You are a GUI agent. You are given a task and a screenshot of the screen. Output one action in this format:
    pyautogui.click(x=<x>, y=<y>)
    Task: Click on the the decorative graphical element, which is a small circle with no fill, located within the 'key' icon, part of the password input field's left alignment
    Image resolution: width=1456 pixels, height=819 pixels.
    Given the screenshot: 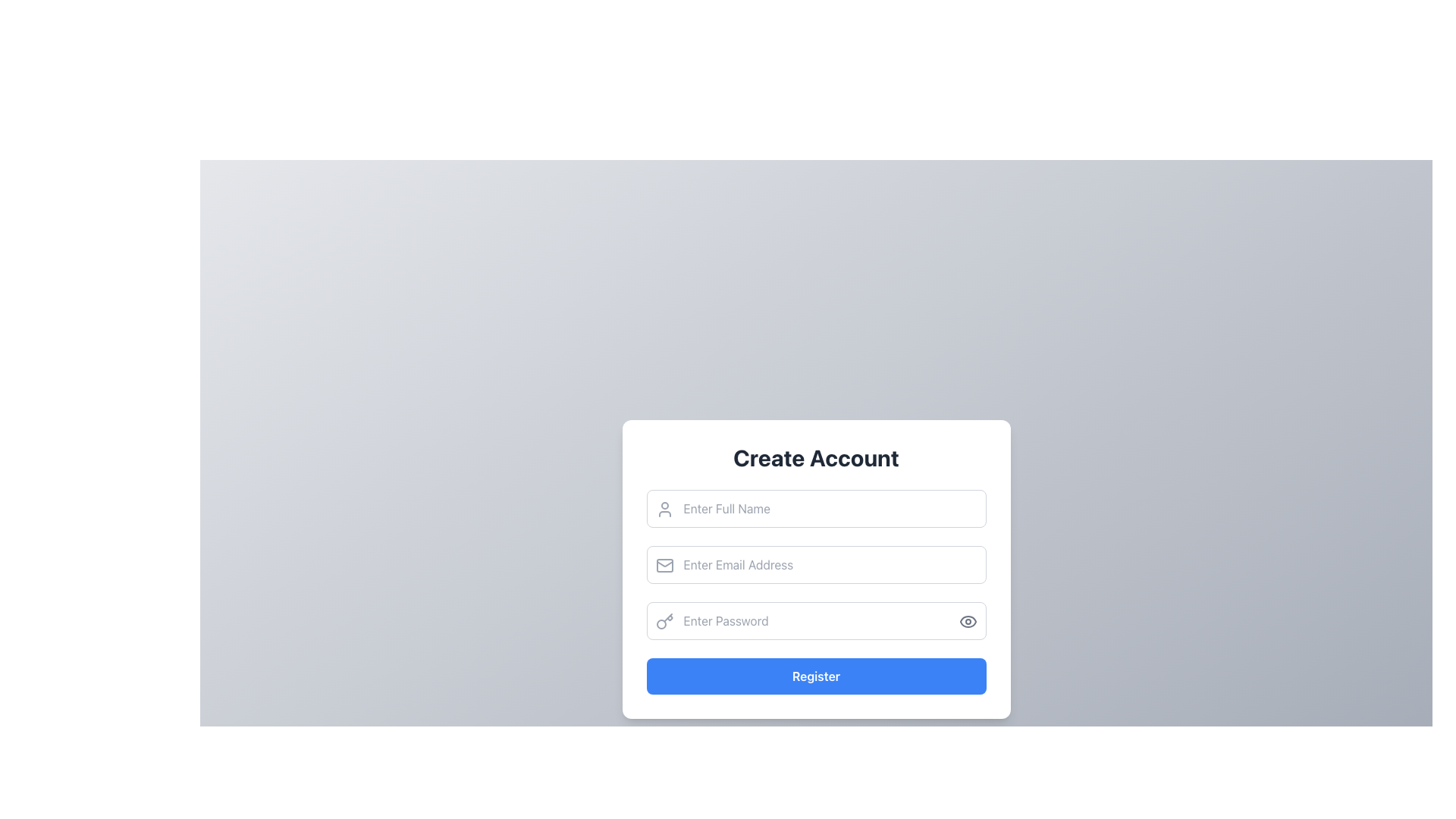 What is the action you would take?
    pyautogui.click(x=661, y=624)
    